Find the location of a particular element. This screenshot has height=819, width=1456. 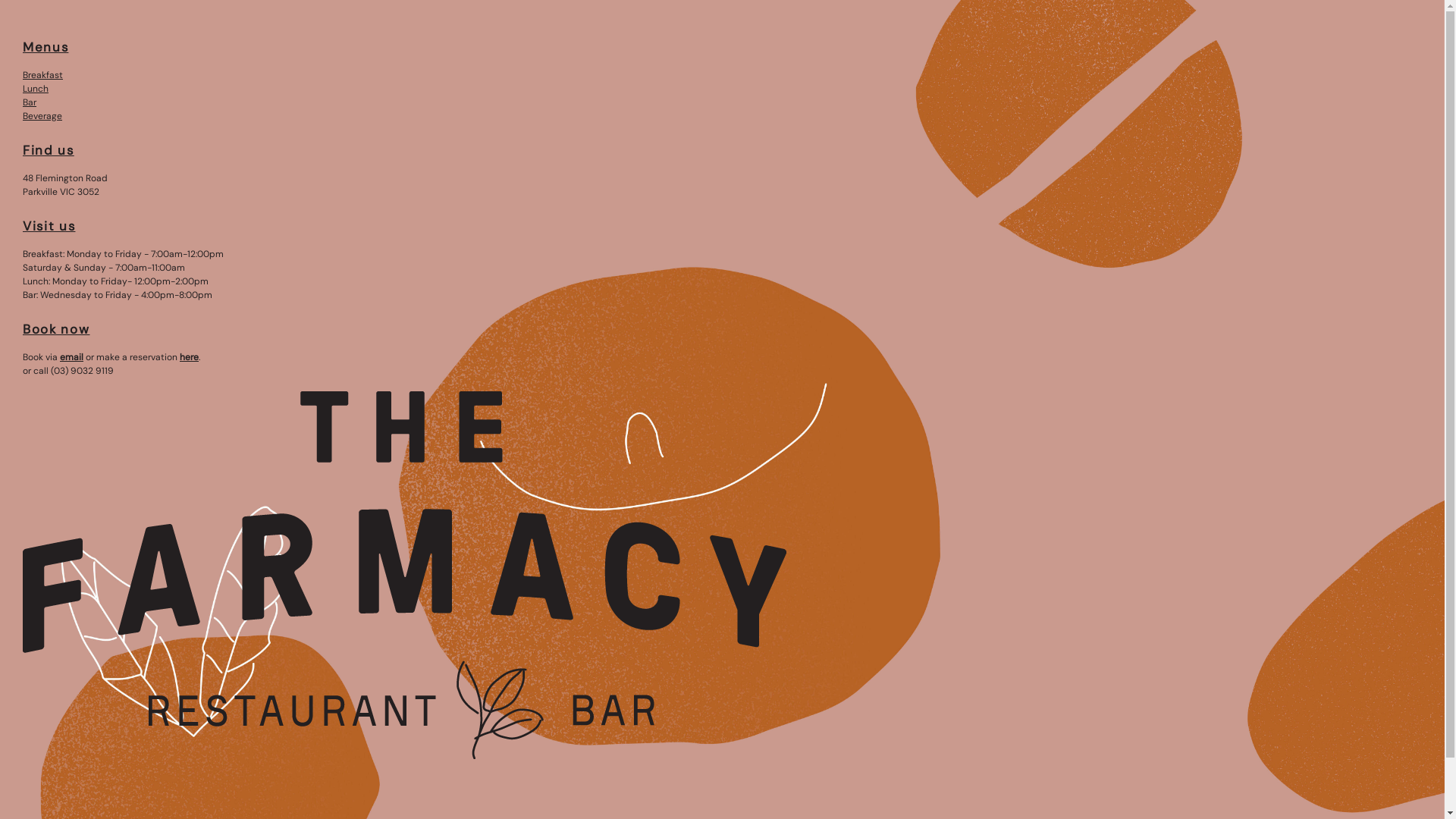

'email' is located at coordinates (71, 356).